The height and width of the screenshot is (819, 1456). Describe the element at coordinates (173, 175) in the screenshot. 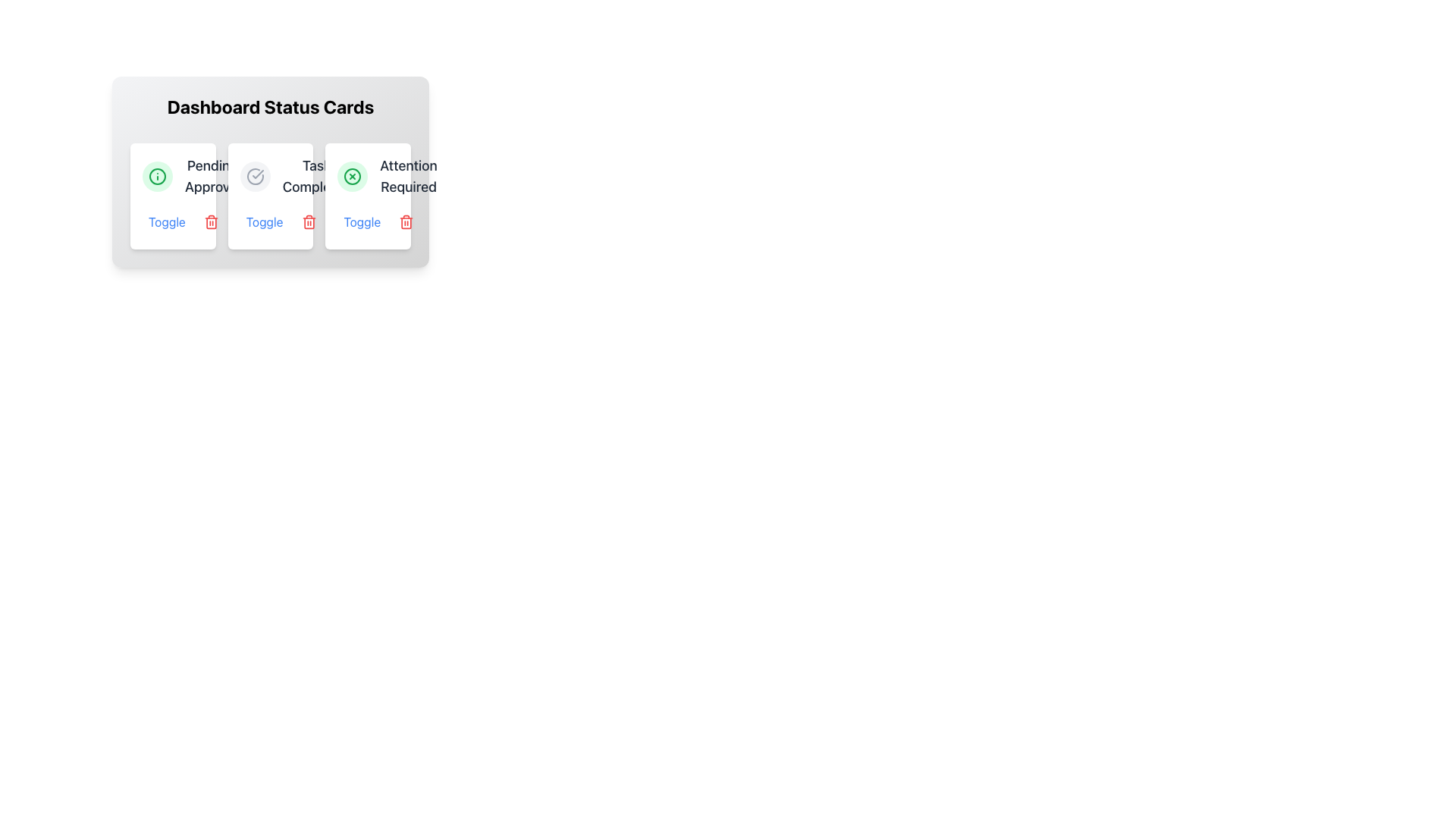

I see `the Status Card which contains a green circular icon with an 'i' symbol and the text 'Pending Approval' in bold, located in the top left corner of the card set` at that location.